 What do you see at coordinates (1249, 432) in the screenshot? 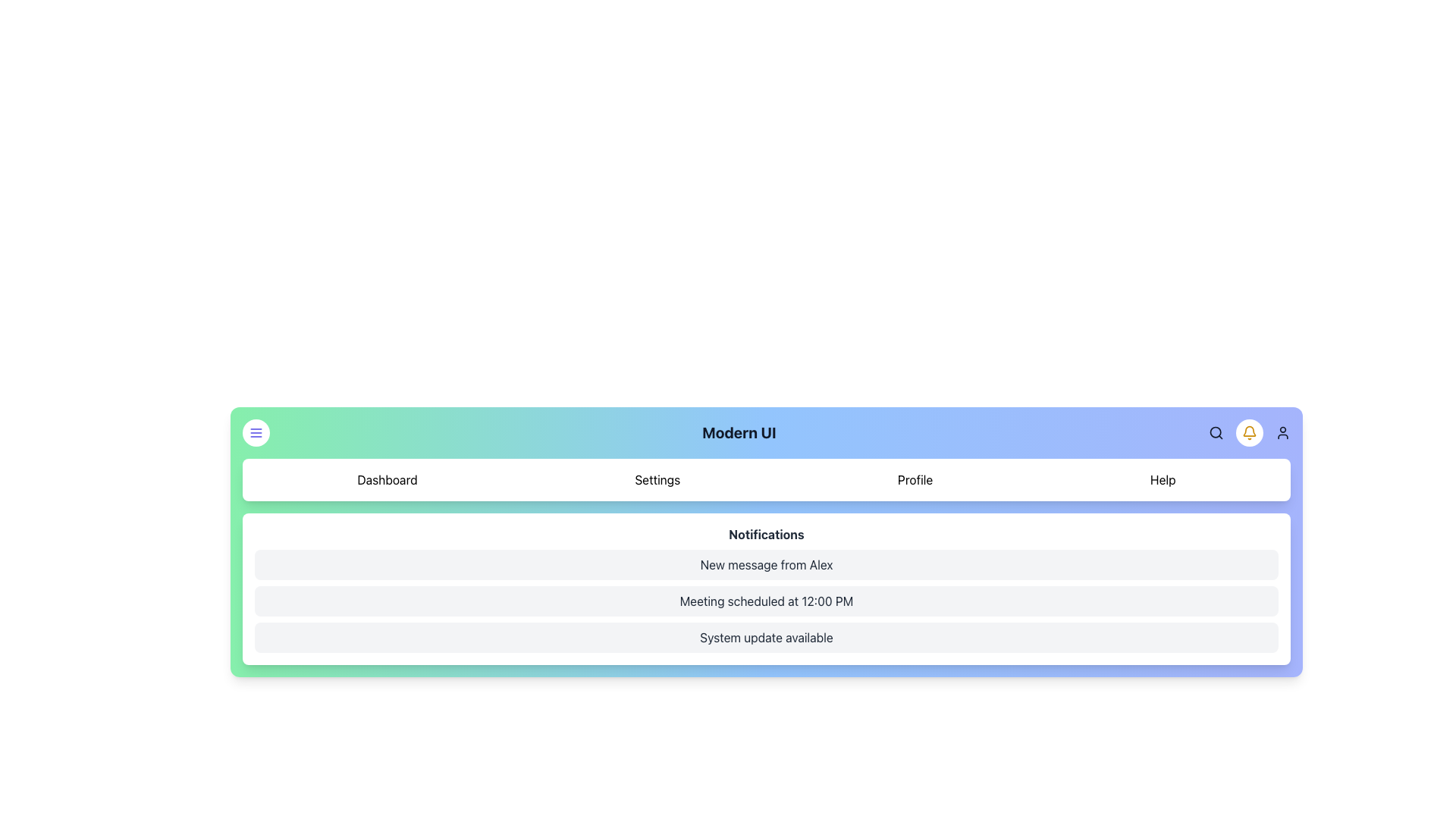
I see `the circular button with a white background and a yellow bell icon, located in the top-right corner of the application interface, to change its background color to gray` at bounding box center [1249, 432].